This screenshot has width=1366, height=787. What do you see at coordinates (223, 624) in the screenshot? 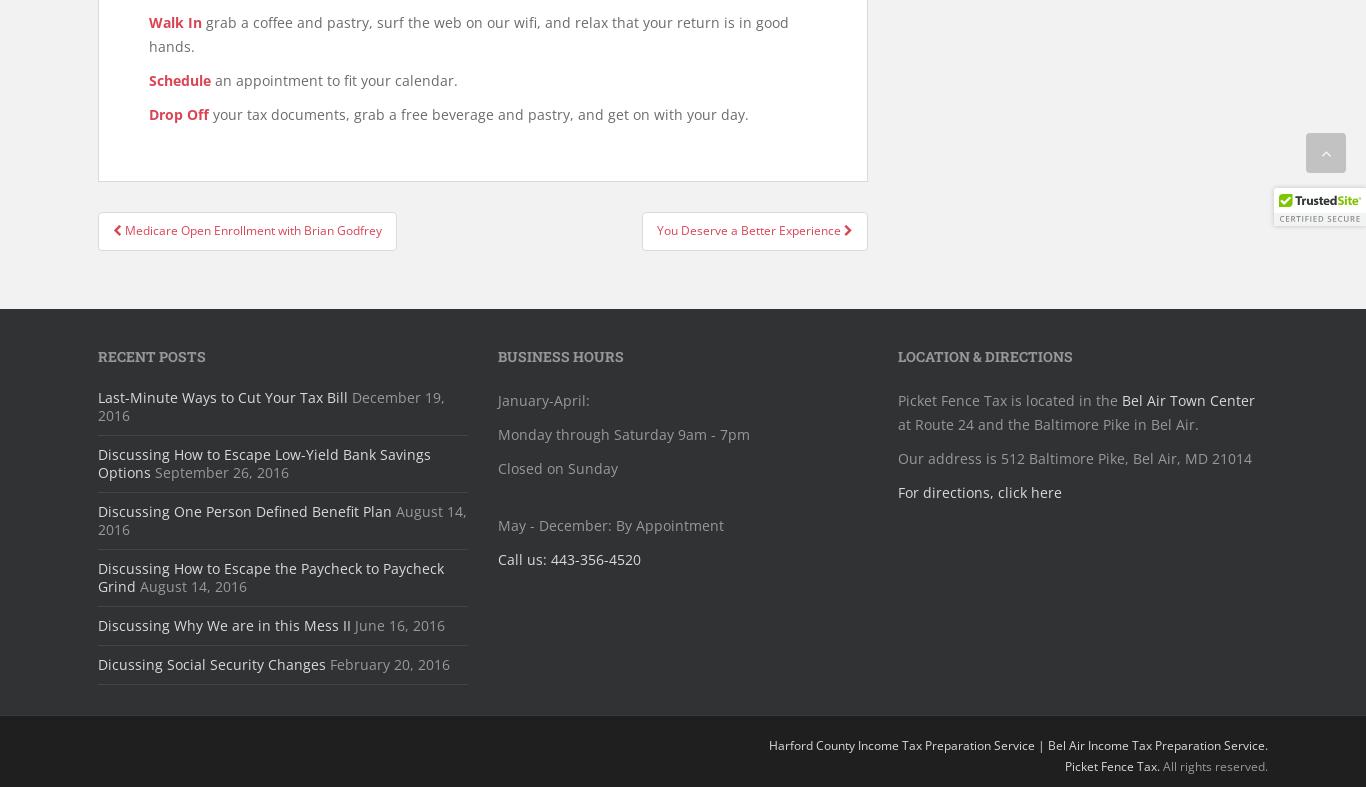
I see `'Discussing Why We are in this Mess II'` at bounding box center [223, 624].